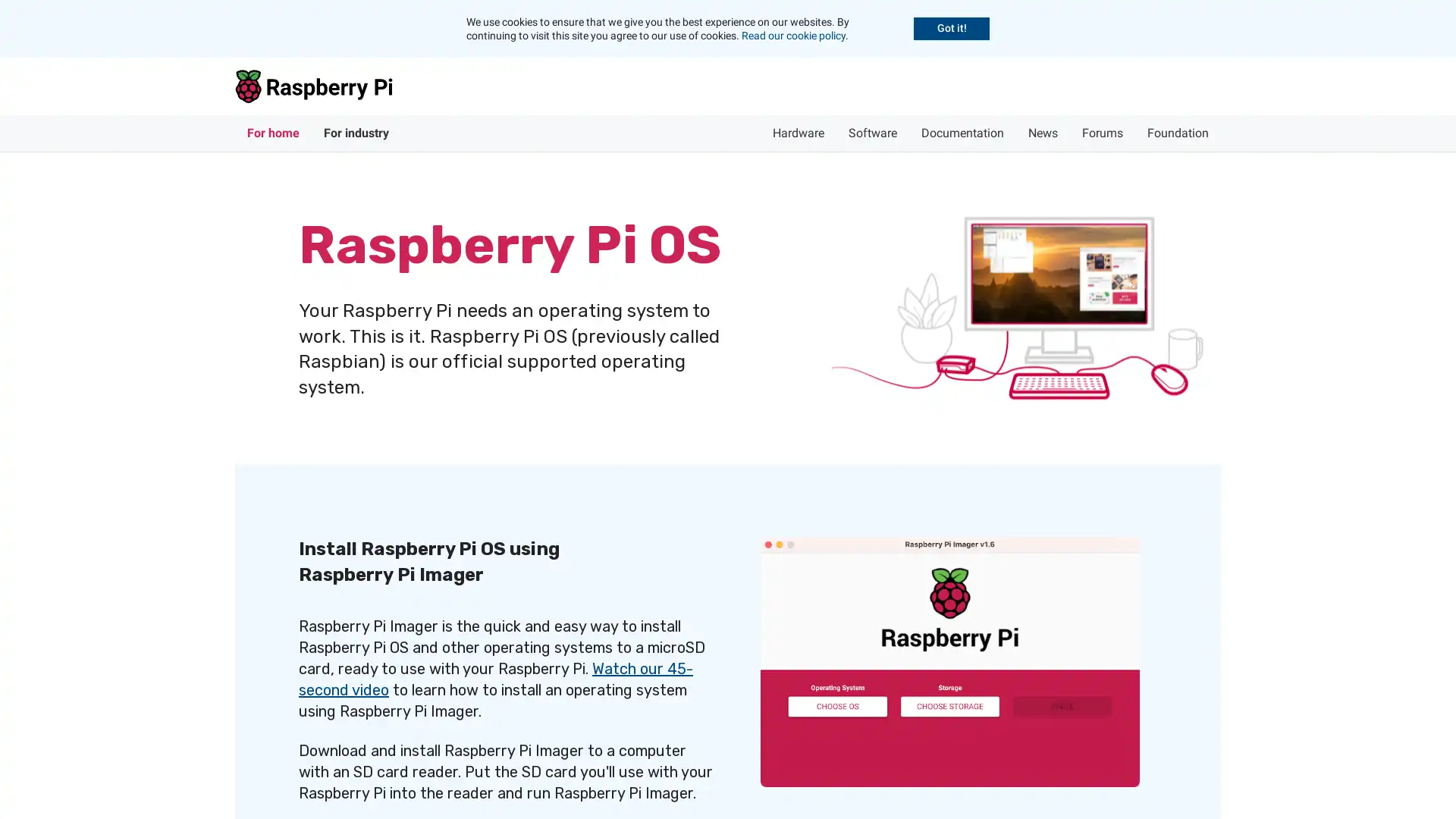  I want to click on Accept cookies, so click(950, 28).